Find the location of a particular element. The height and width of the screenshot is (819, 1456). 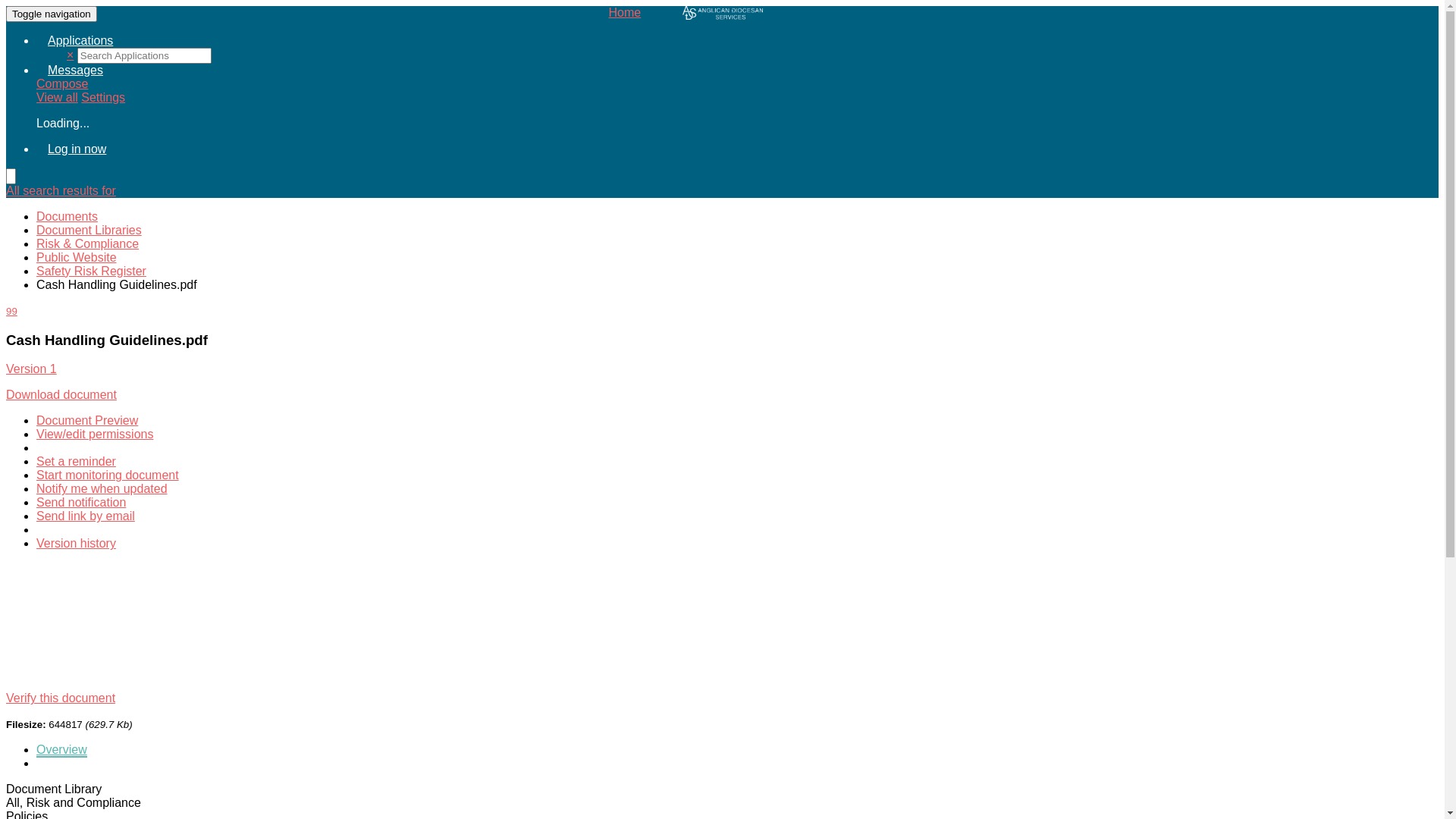

'Send notification' is located at coordinates (80, 502).